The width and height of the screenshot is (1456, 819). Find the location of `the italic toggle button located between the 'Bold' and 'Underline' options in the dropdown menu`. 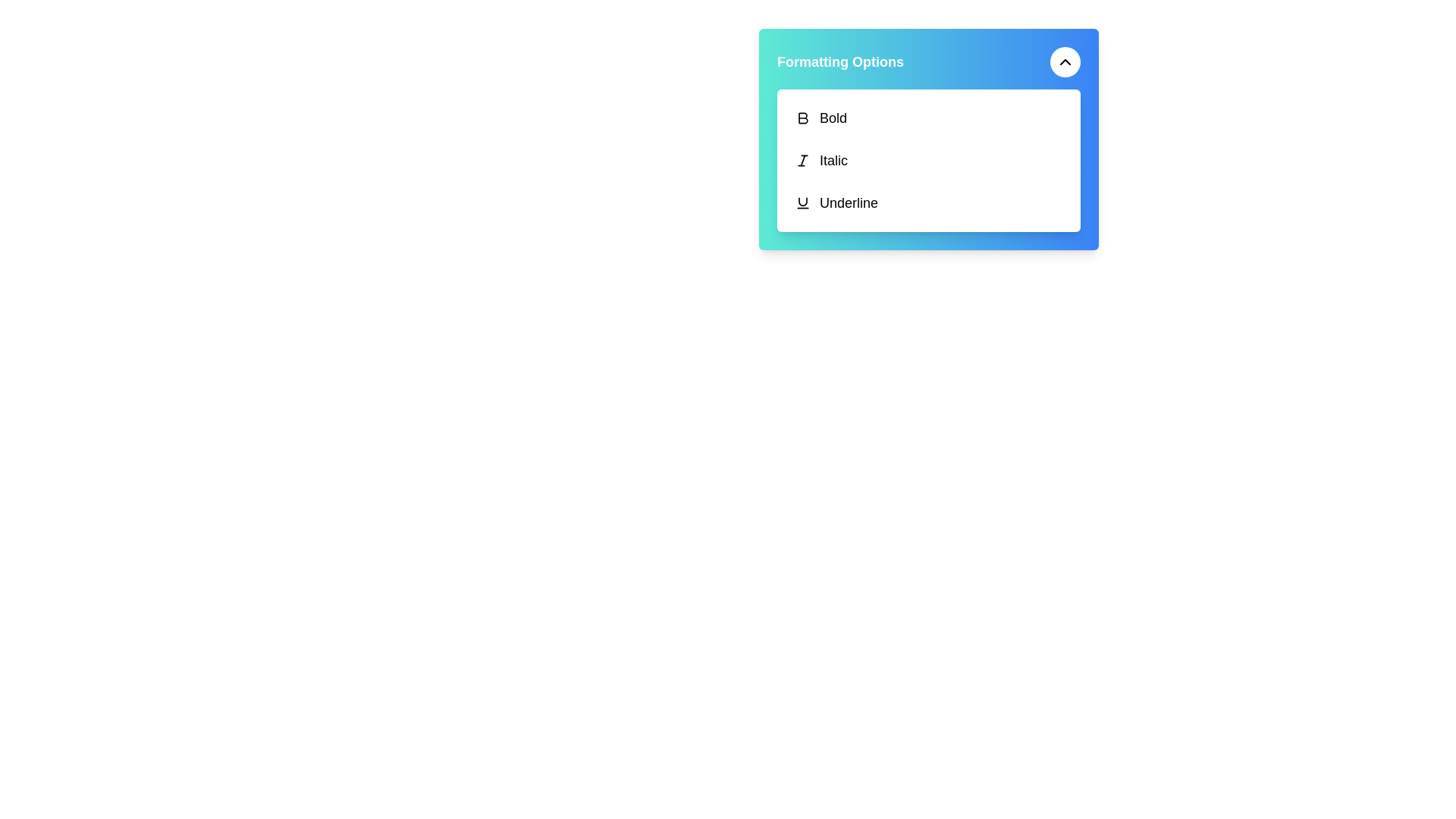

the italic toggle button located between the 'Bold' and 'Underline' options in the dropdown menu is located at coordinates (927, 161).